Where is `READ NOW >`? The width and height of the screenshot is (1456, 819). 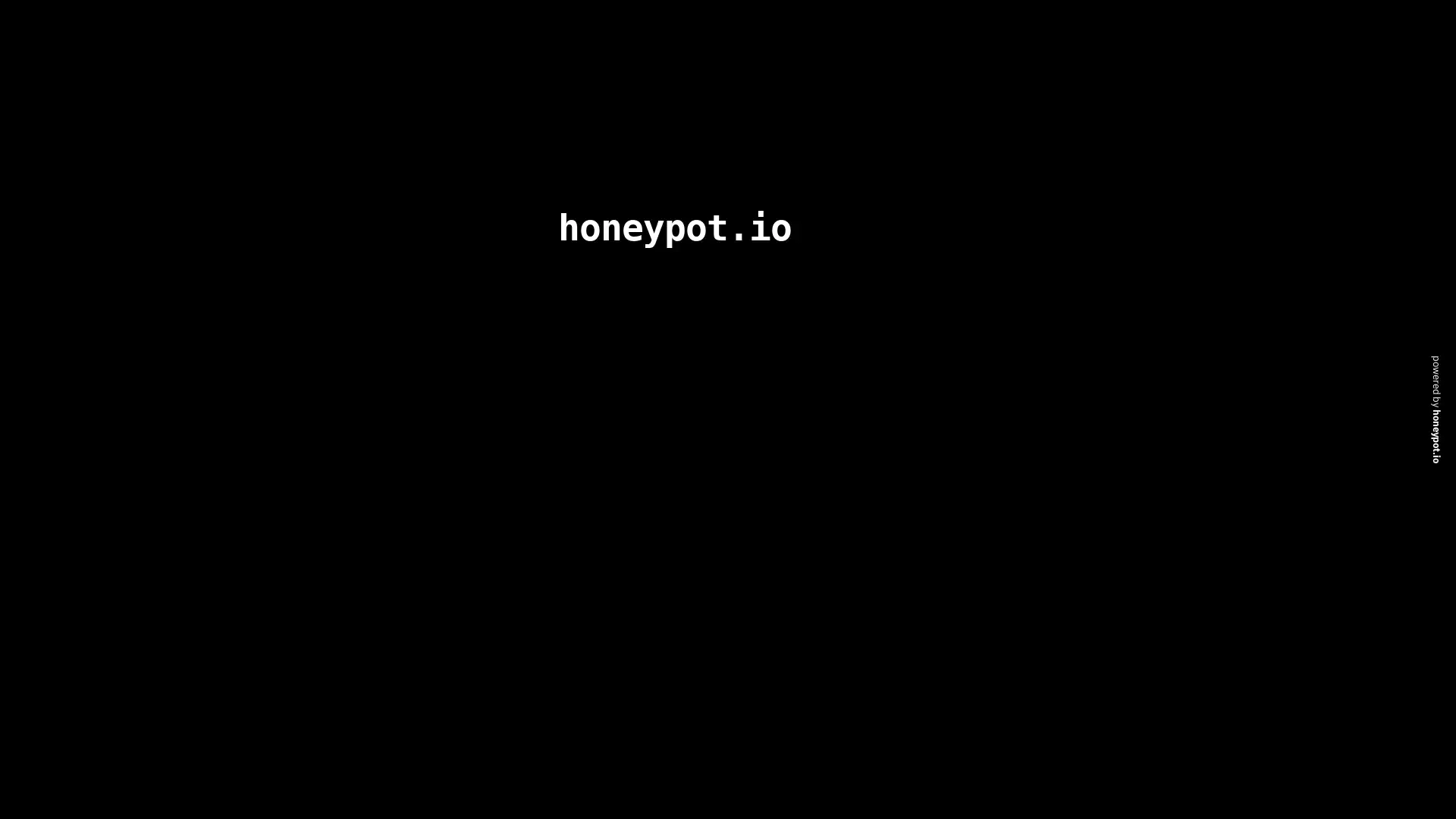
READ NOW > is located at coordinates (499, 745).